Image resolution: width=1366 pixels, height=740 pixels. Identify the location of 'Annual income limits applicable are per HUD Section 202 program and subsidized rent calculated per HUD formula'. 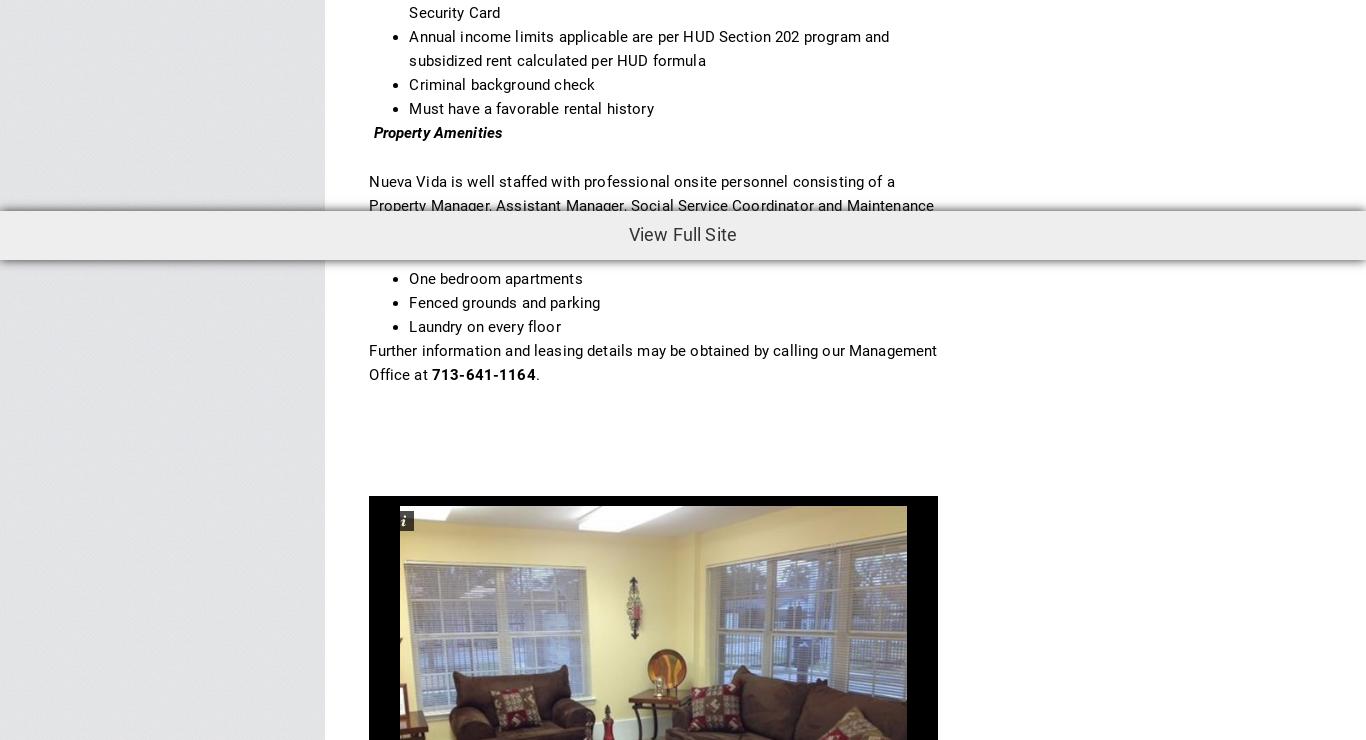
(647, 48).